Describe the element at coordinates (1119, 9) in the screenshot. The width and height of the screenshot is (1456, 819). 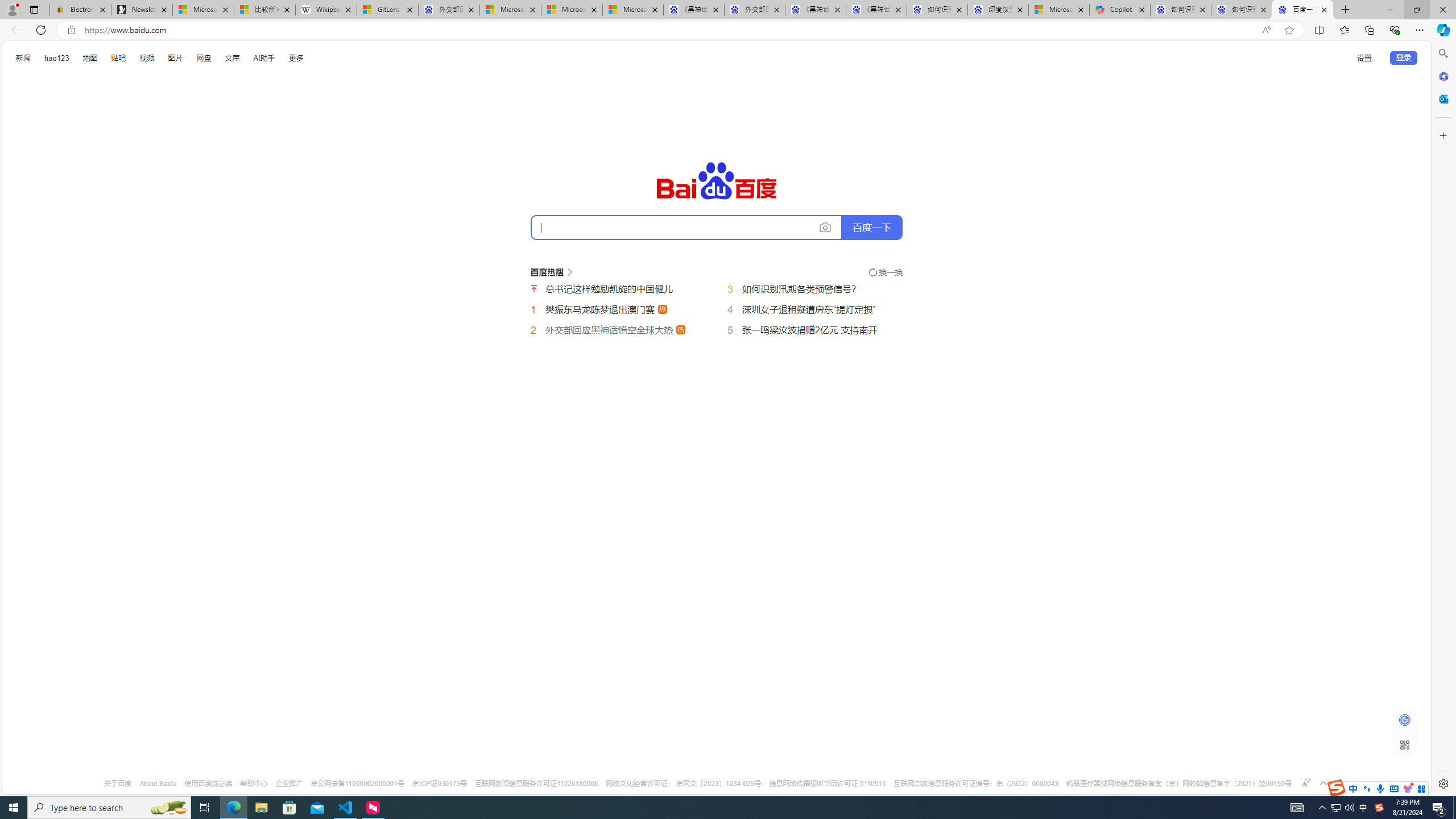
I see `'Copilot'` at that location.